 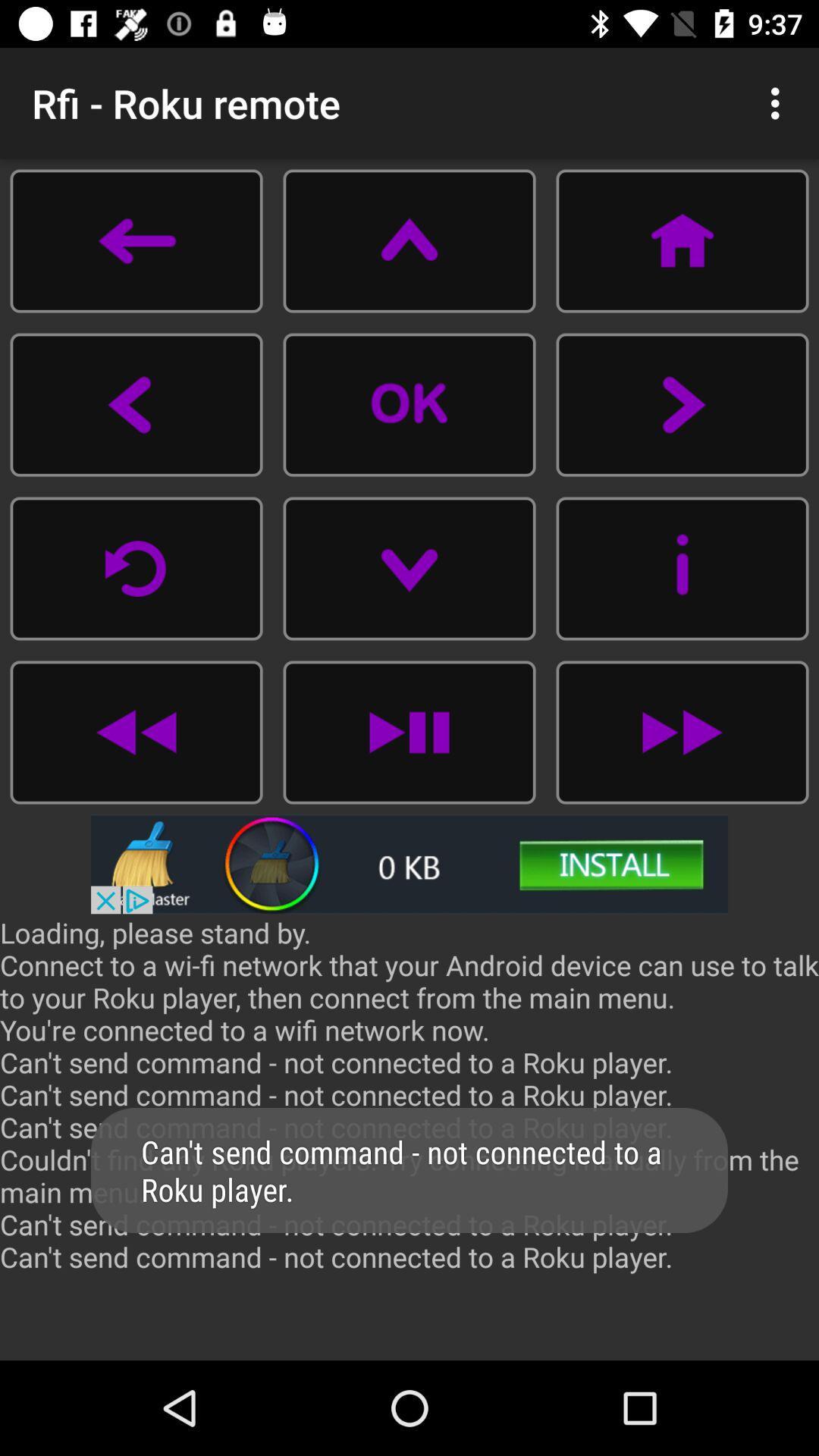 I want to click on up option, so click(x=409, y=240).